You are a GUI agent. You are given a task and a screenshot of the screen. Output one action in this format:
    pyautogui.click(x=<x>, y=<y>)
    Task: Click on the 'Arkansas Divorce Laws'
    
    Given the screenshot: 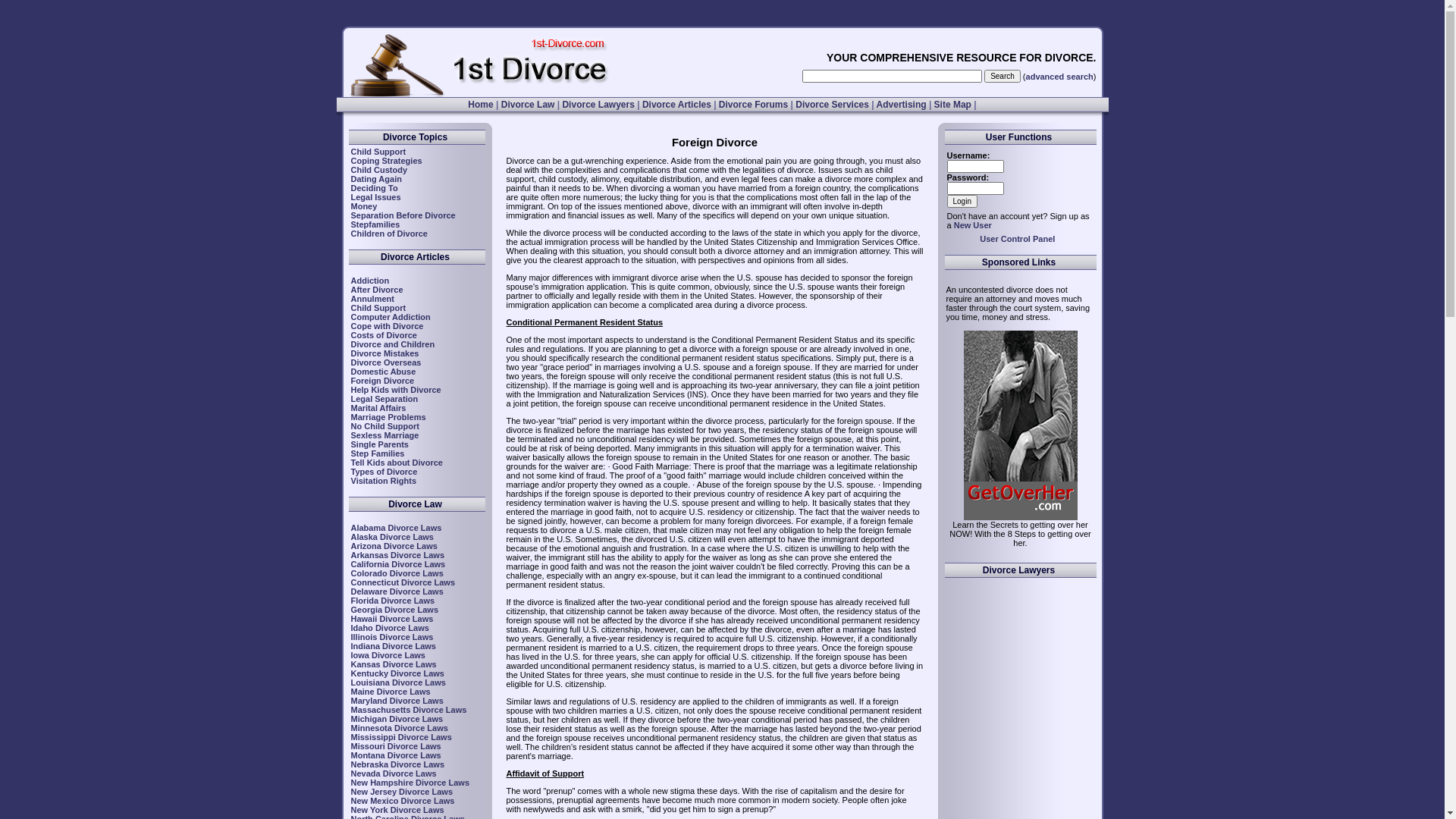 What is the action you would take?
    pyautogui.click(x=397, y=555)
    